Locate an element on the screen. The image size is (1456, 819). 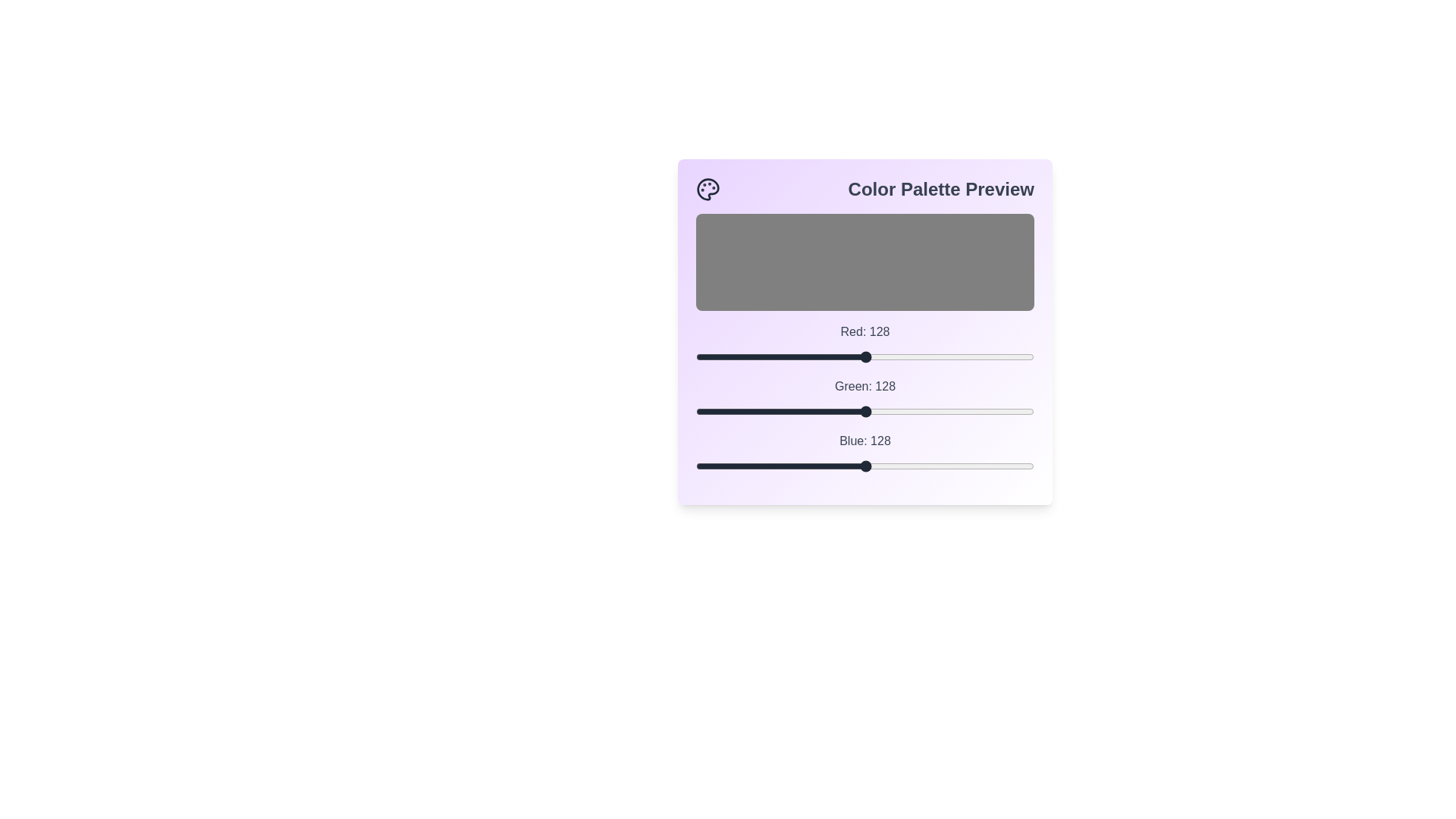
the text label indicating the current value (128) for the blue color channel in the Color Palette Preview section is located at coordinates (865, 441).